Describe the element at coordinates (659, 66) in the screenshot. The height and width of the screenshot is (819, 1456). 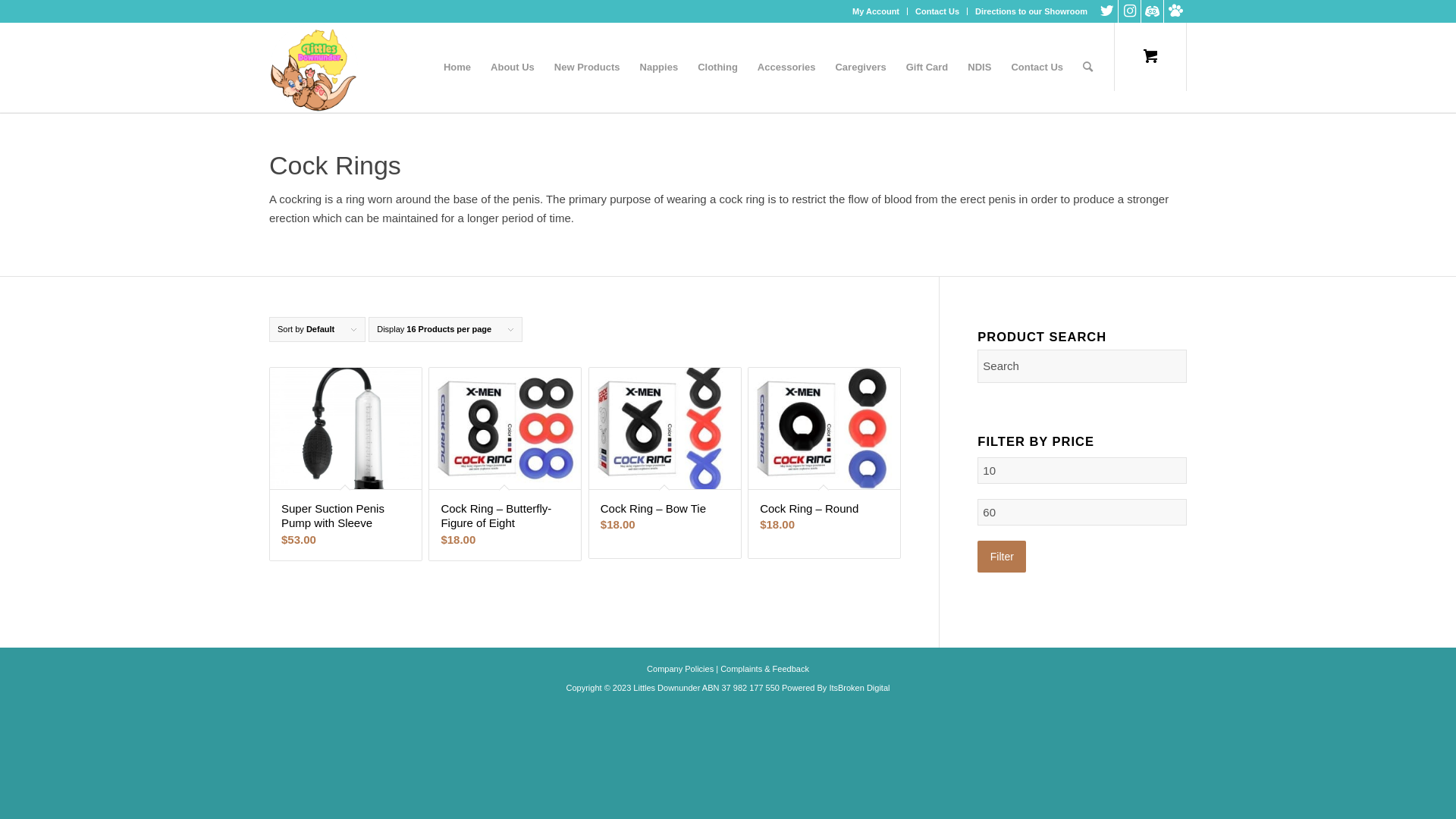
I see `'Nappies'` at that location.